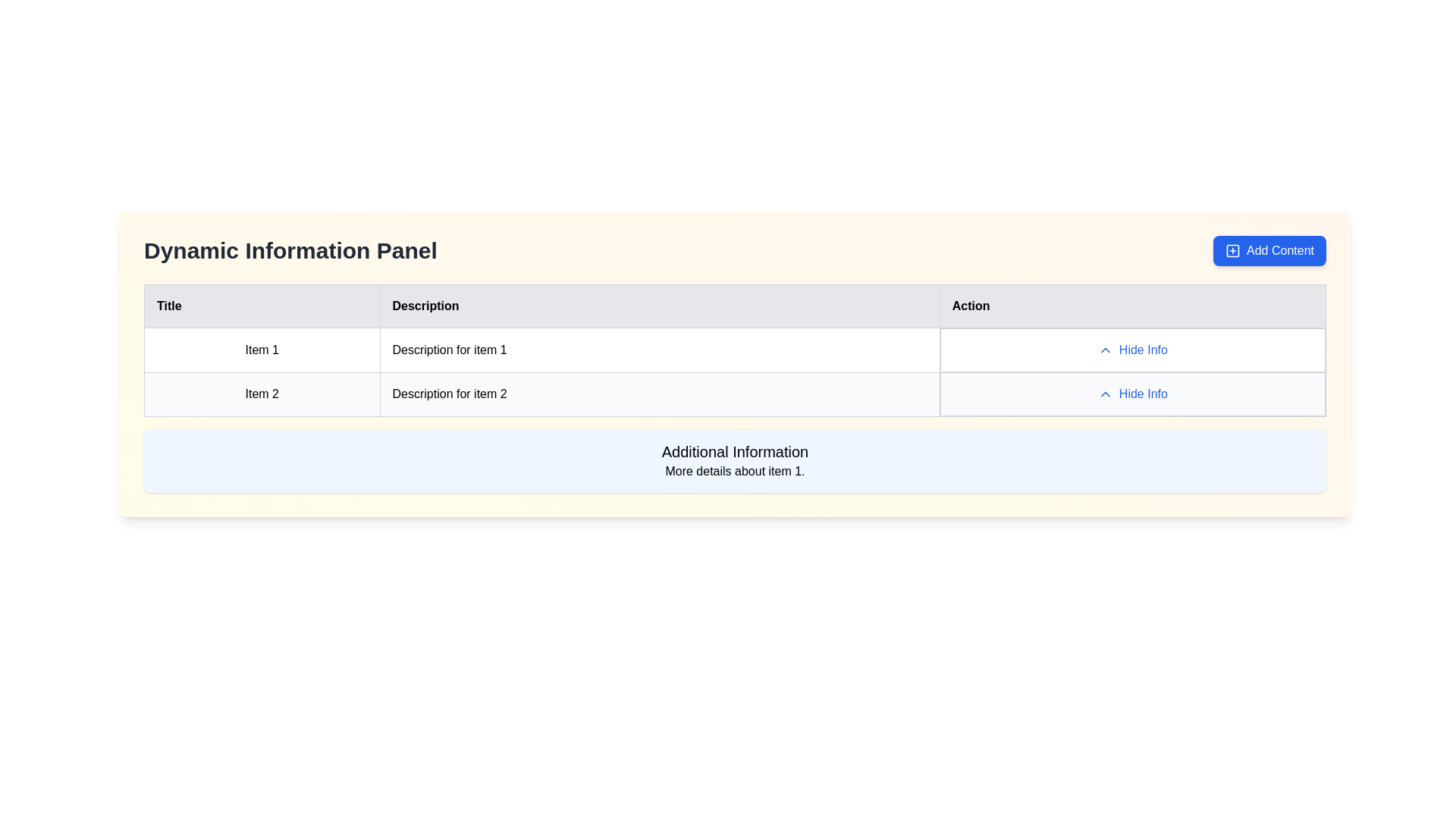 The image size is (1456, 819). Describe the element at coordinates (735, 451) in the screenshot. I see `the Text label that serves as a heading or title, positioned directly above the details of item 1` at that location.